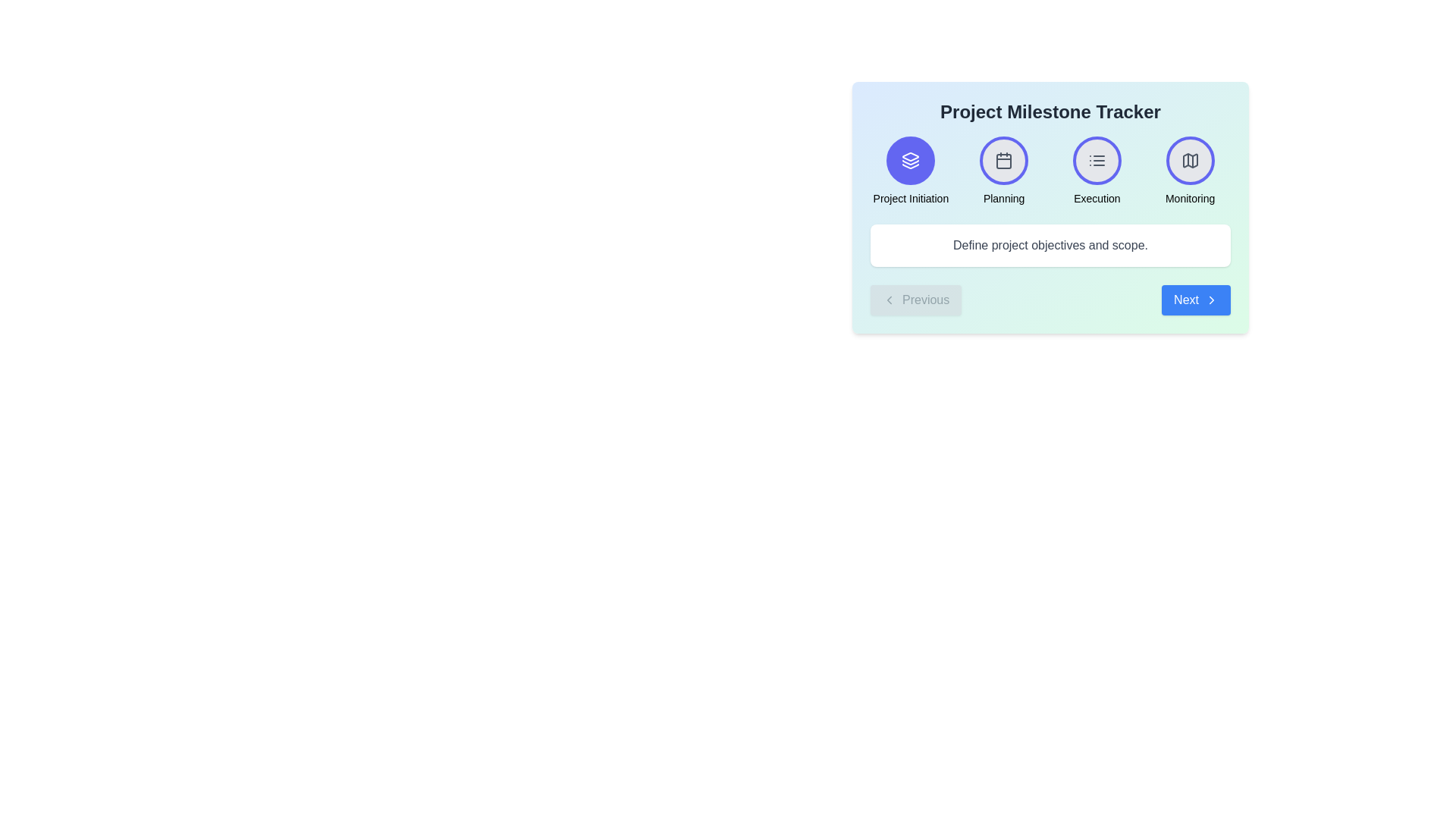  I want to click on the 'Project Initiation' button located at the top-left corner of the row of buttons in the project tracker interface, so click(910, 161).